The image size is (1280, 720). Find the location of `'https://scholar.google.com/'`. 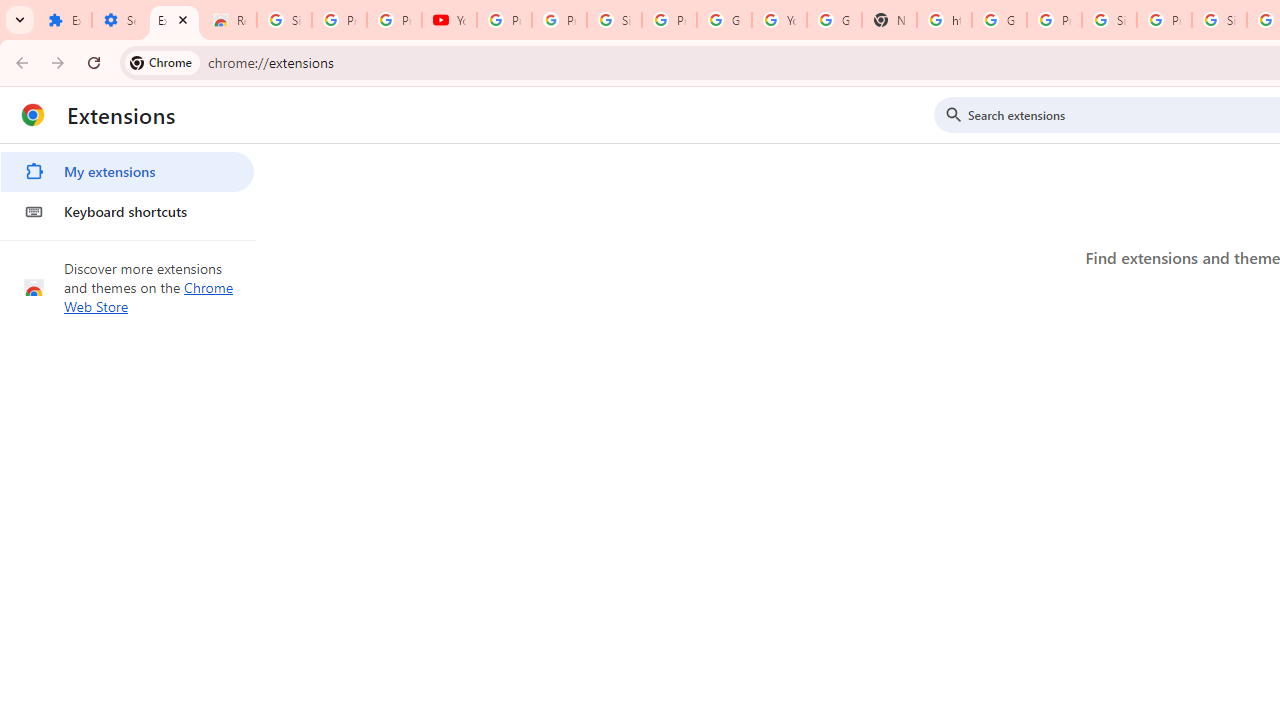

'https://scholar.google.com/' is located at coordinates (943, 20).